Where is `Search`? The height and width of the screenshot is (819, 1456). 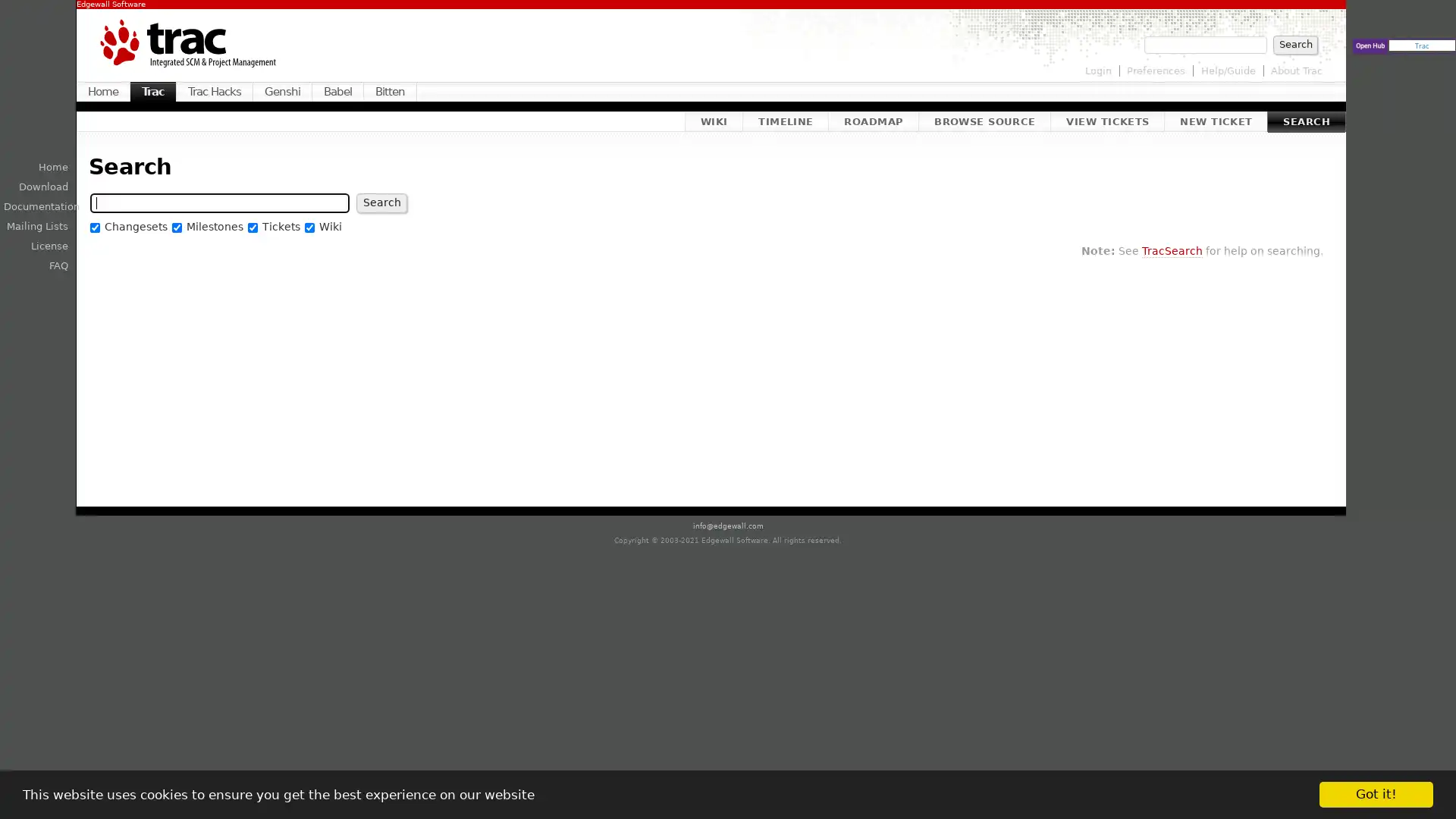
Search is located at coordinates (381, 202).